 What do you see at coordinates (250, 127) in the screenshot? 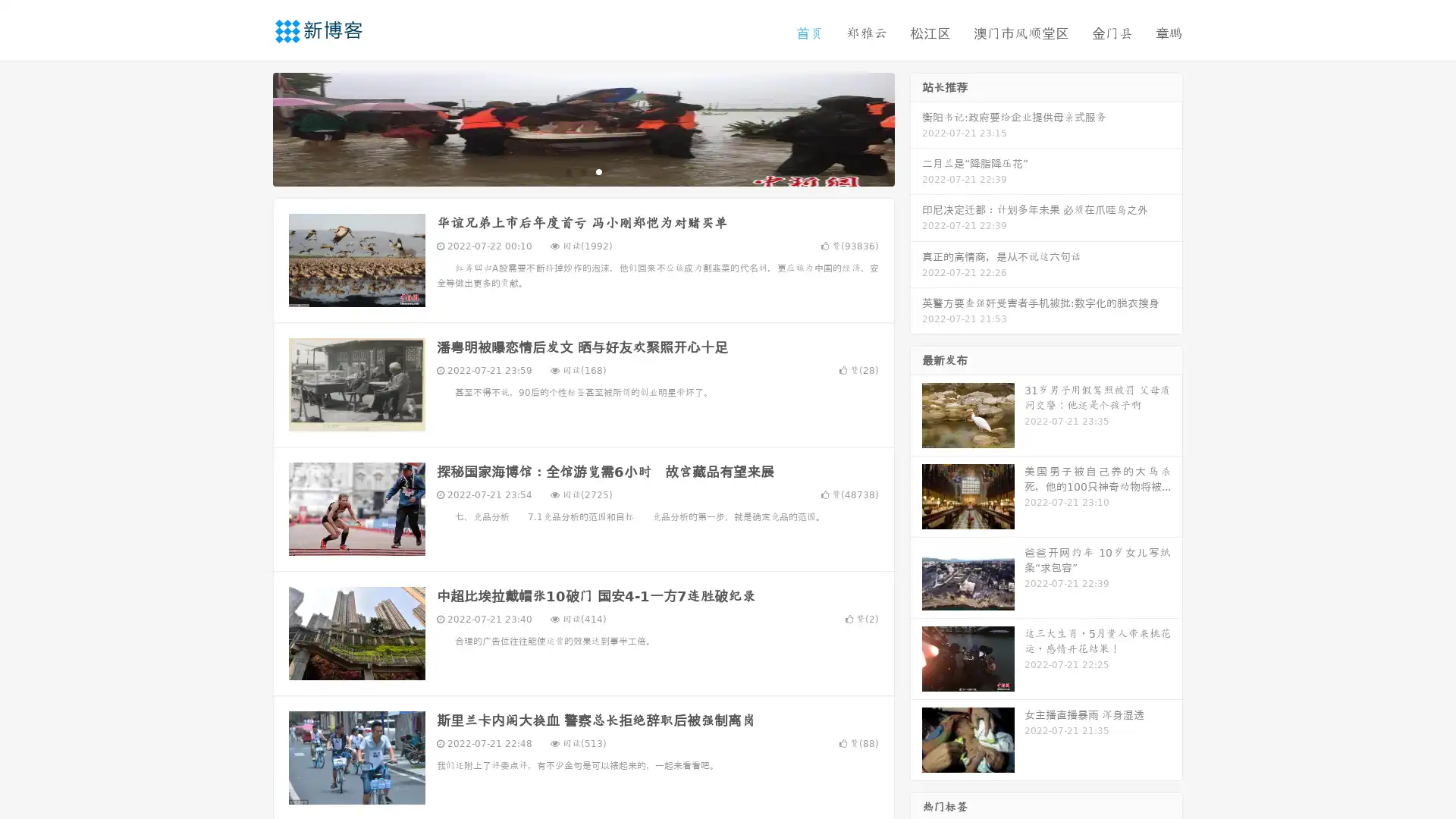
I see `Previous slide` at bounding box center [250, 127].